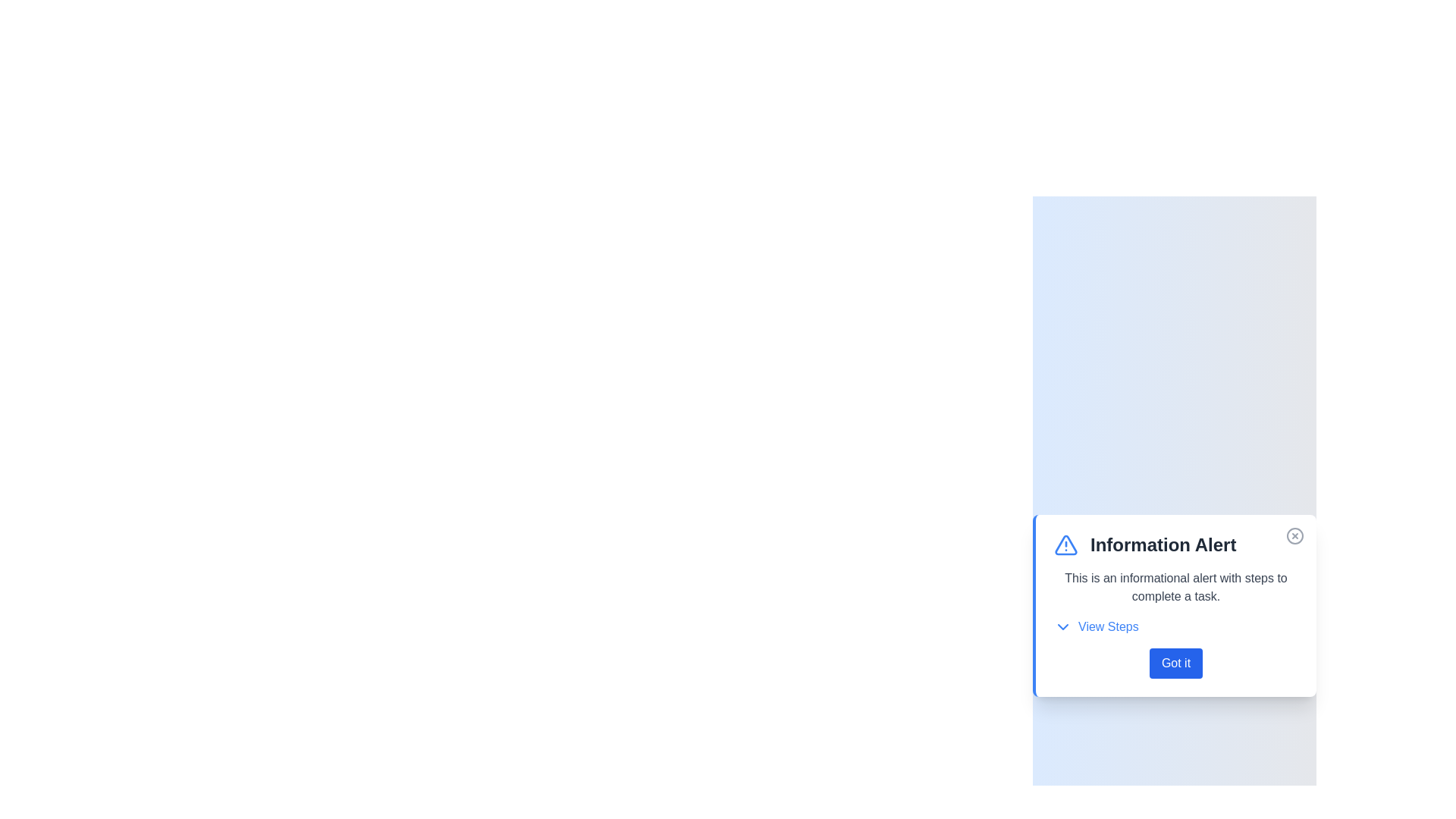 This screenshot has height=819, width=1456. Describe the element at coordinates (1175, 663) in the screenshot. I see `the 'Got it' button to acknowledge the alert` at that location.